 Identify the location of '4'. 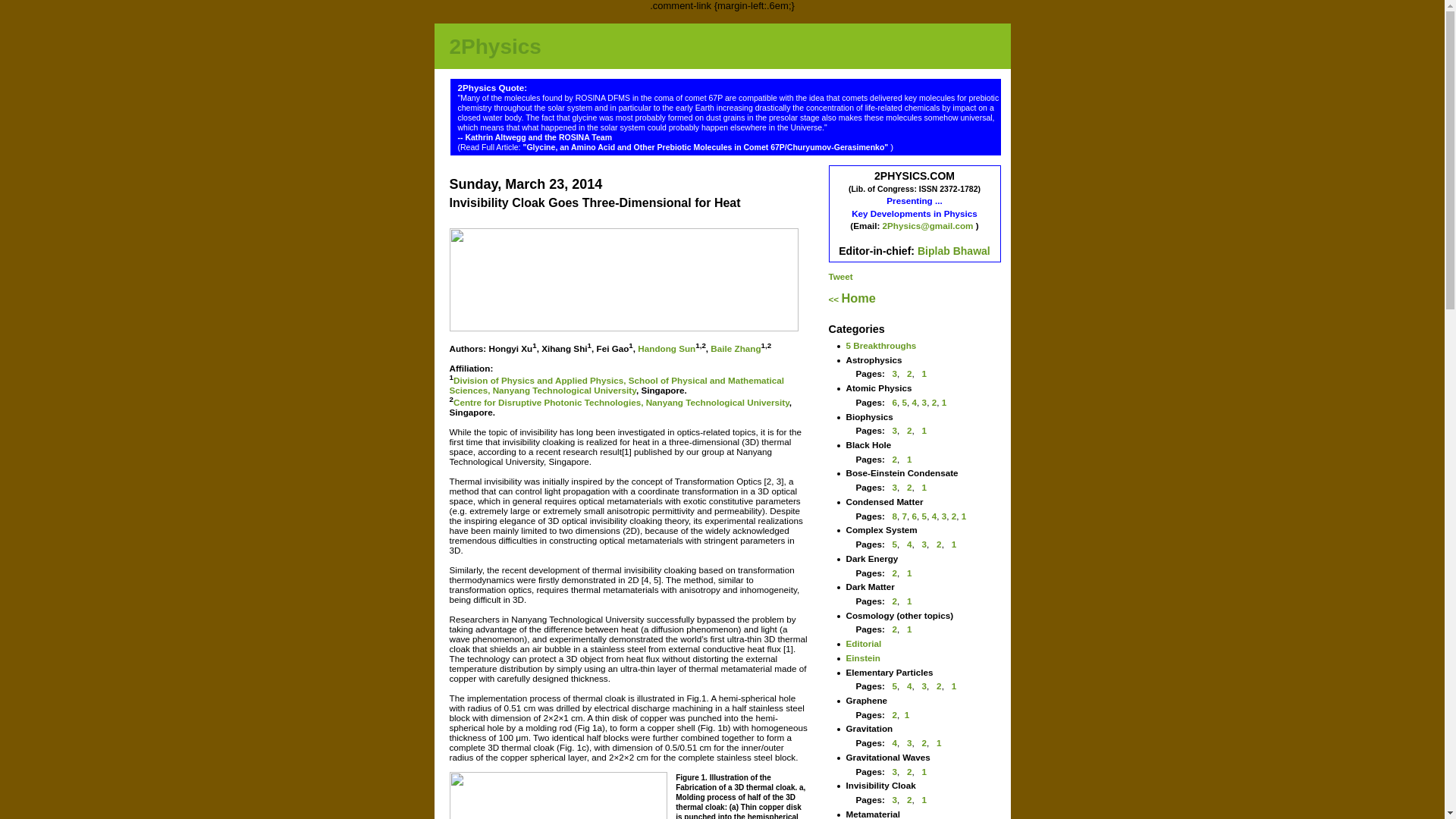
(912, 401).